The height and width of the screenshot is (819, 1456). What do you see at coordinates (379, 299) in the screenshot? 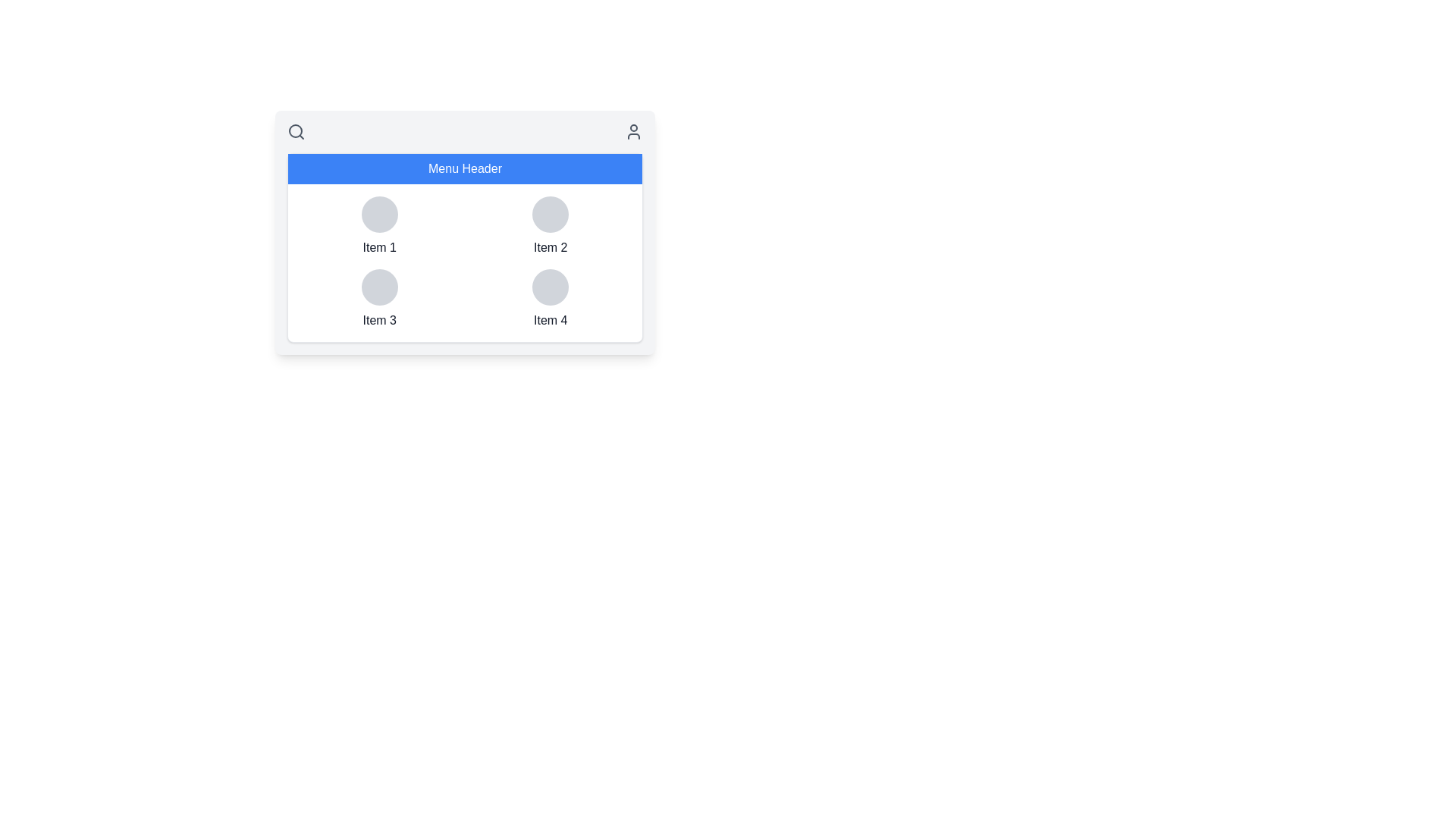
I see `the circular icon above the label 'Item 3' in the vertically aligned button group located in the left column of the second row` at bounding box center [379, 299].